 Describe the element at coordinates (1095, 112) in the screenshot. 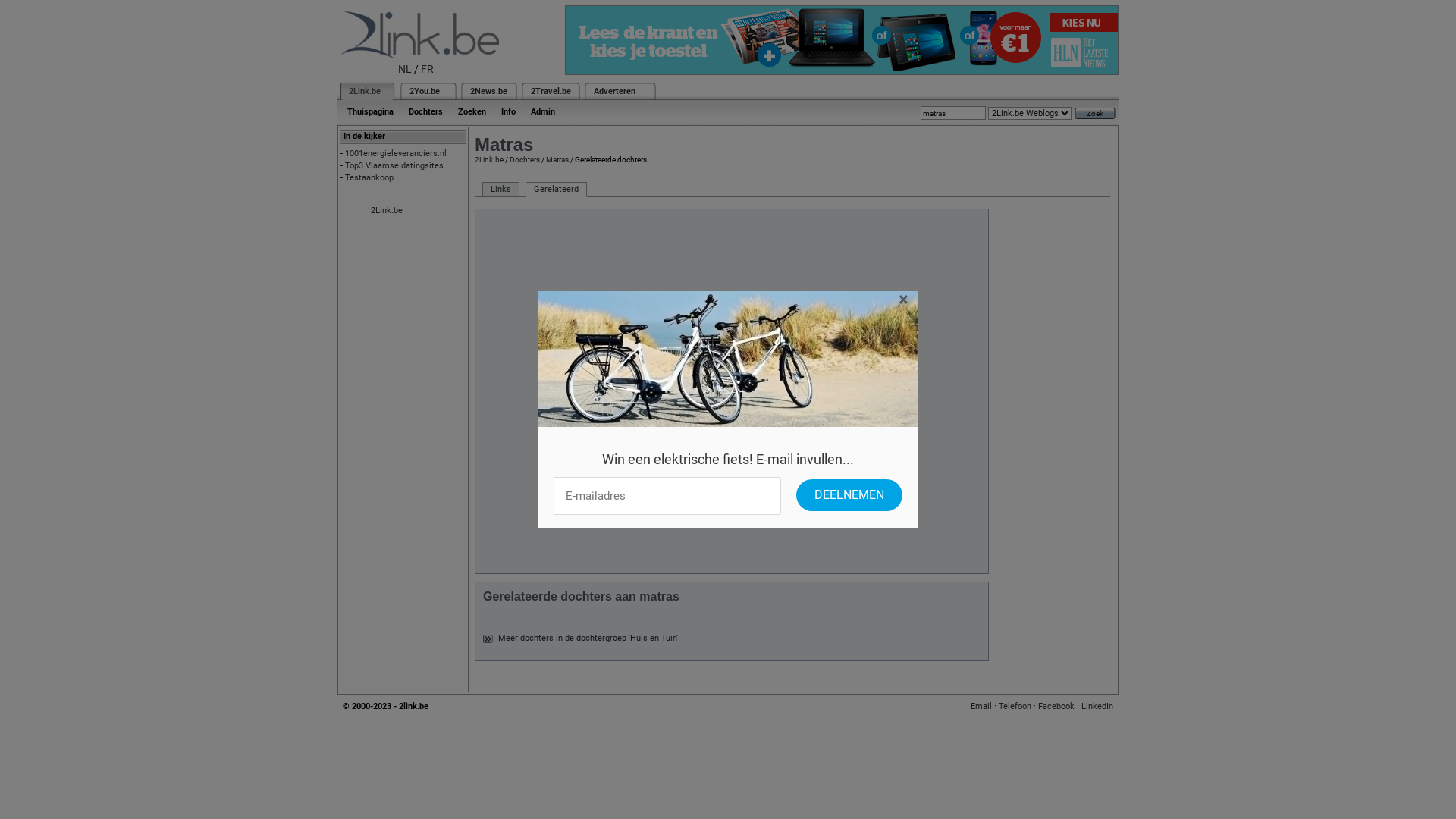

I see `'Zoek'` at that location.